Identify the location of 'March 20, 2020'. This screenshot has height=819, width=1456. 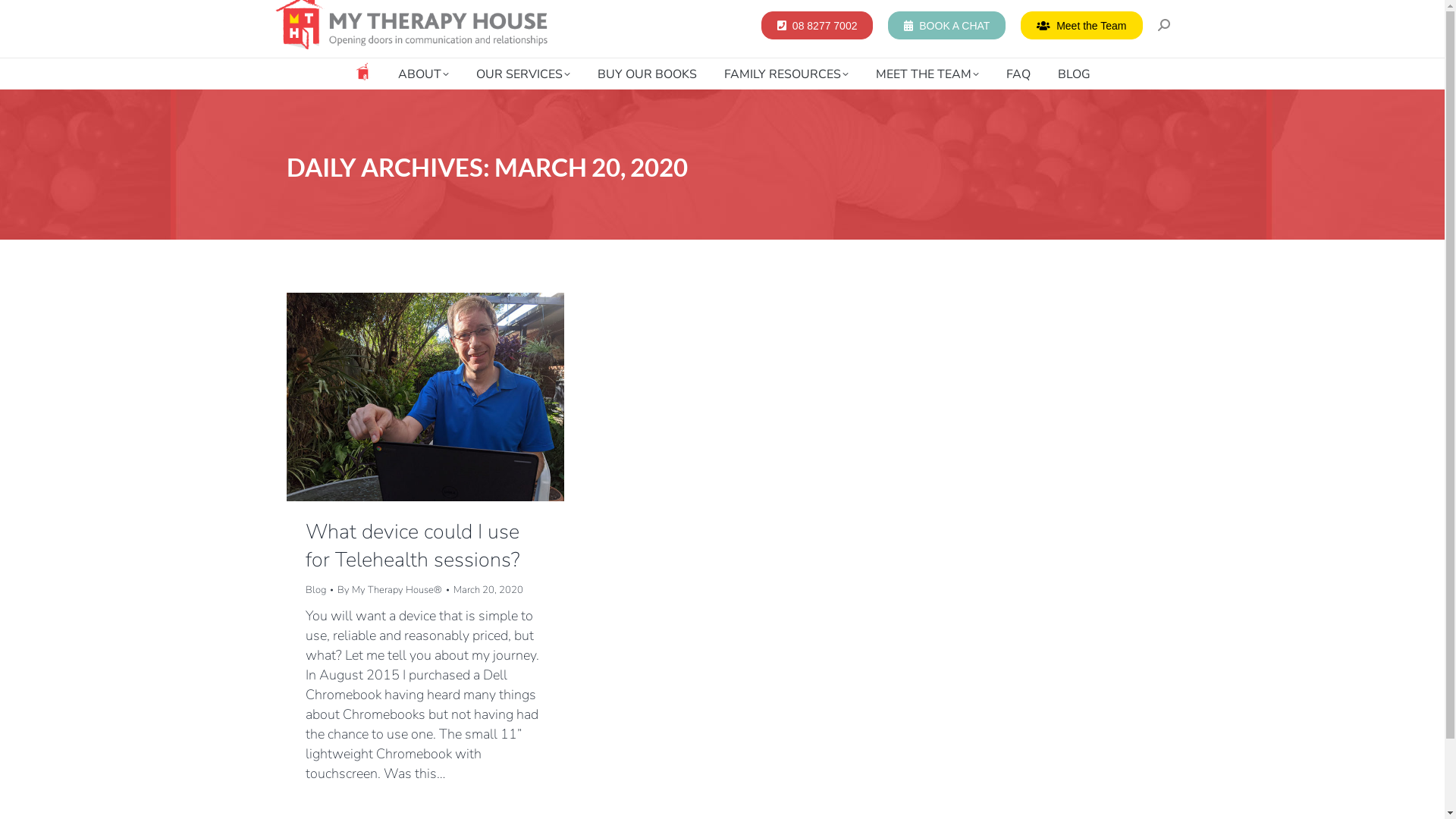
(453, 589).